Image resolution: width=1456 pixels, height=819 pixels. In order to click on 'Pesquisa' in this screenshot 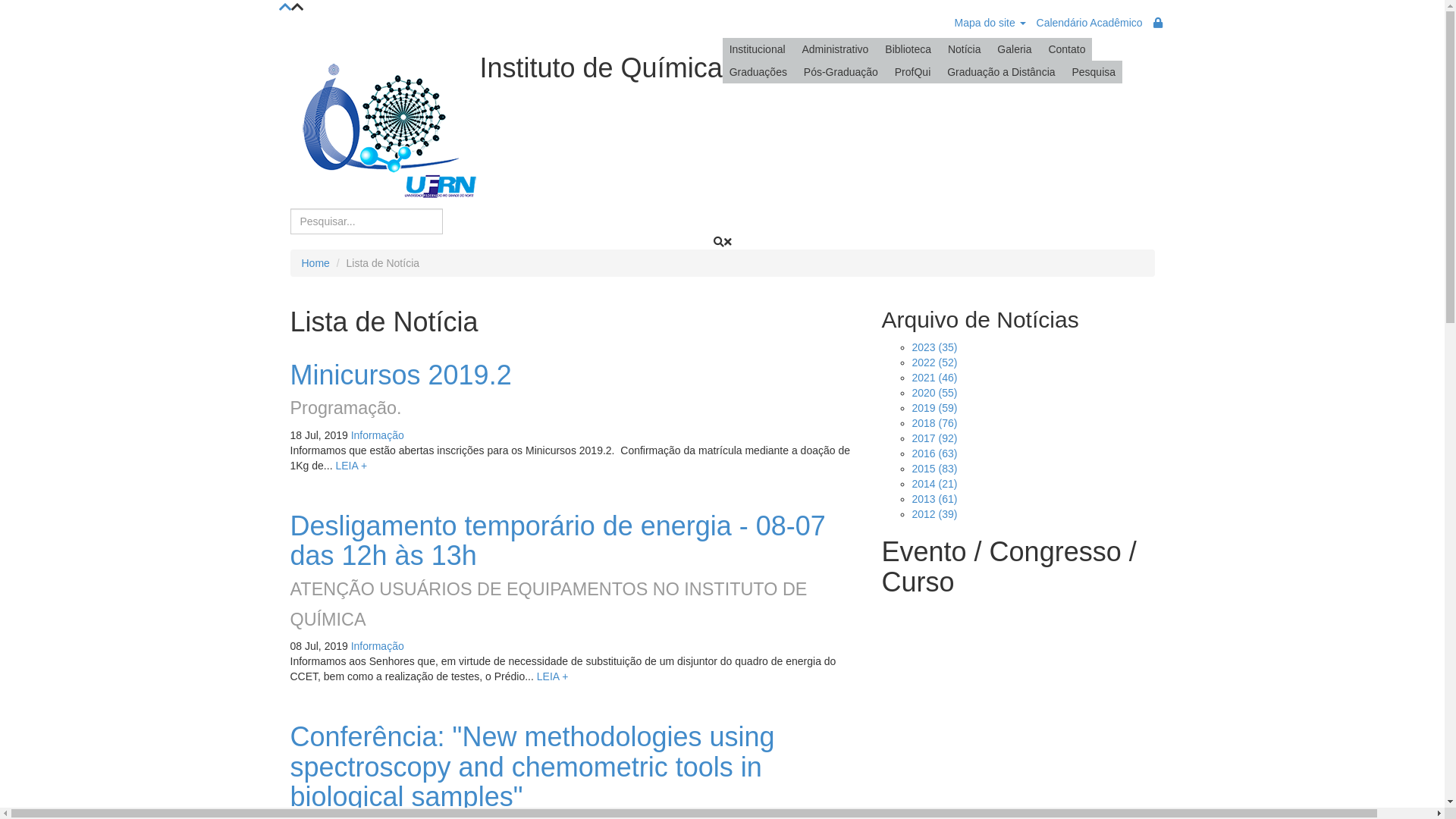, I will do `click(1063, 72)`.